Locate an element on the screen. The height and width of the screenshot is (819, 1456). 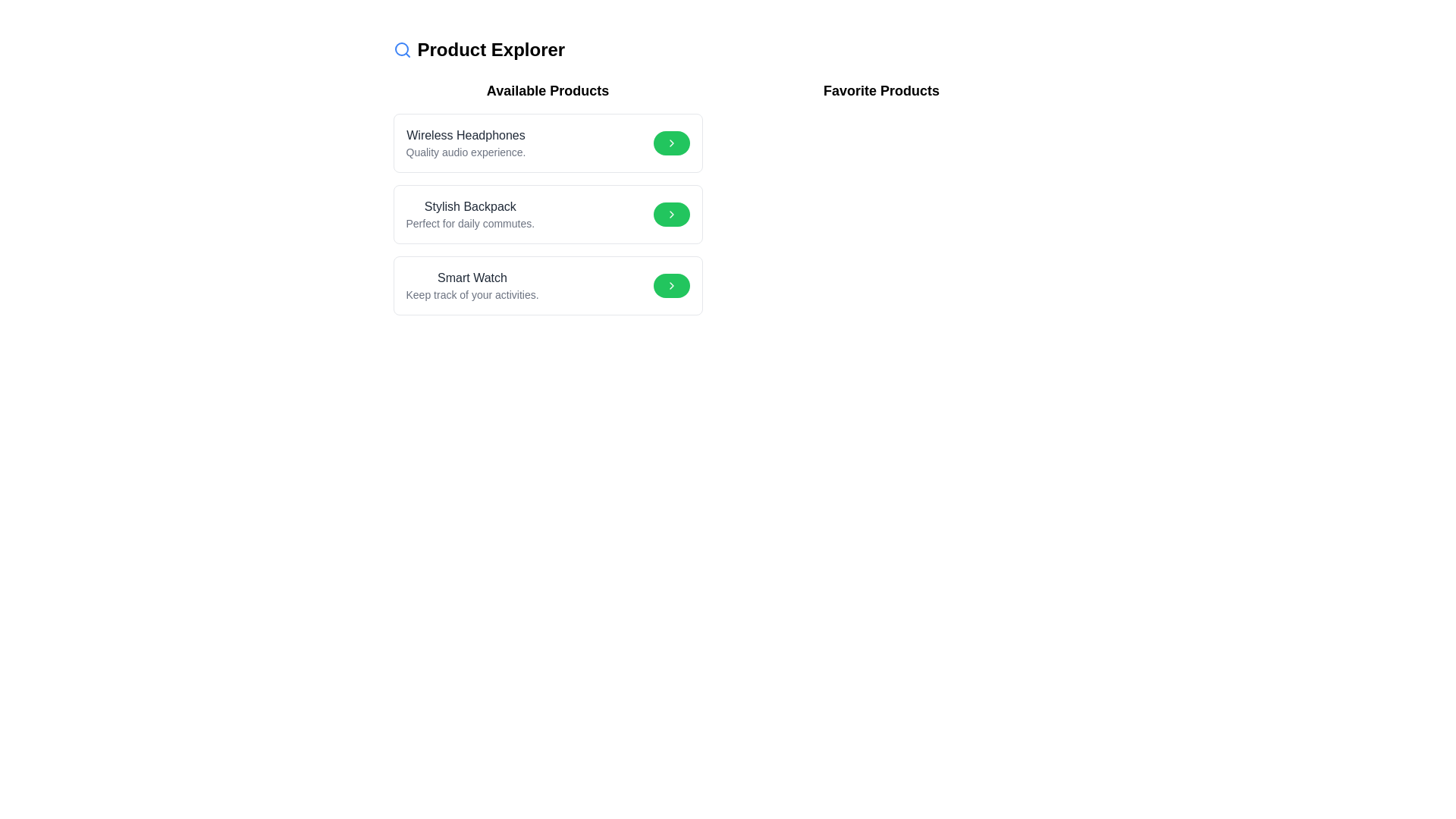
the static text label displaying the product title and description located at the top of the product listing under 'Available Products' is located at coordinates (465, 143).